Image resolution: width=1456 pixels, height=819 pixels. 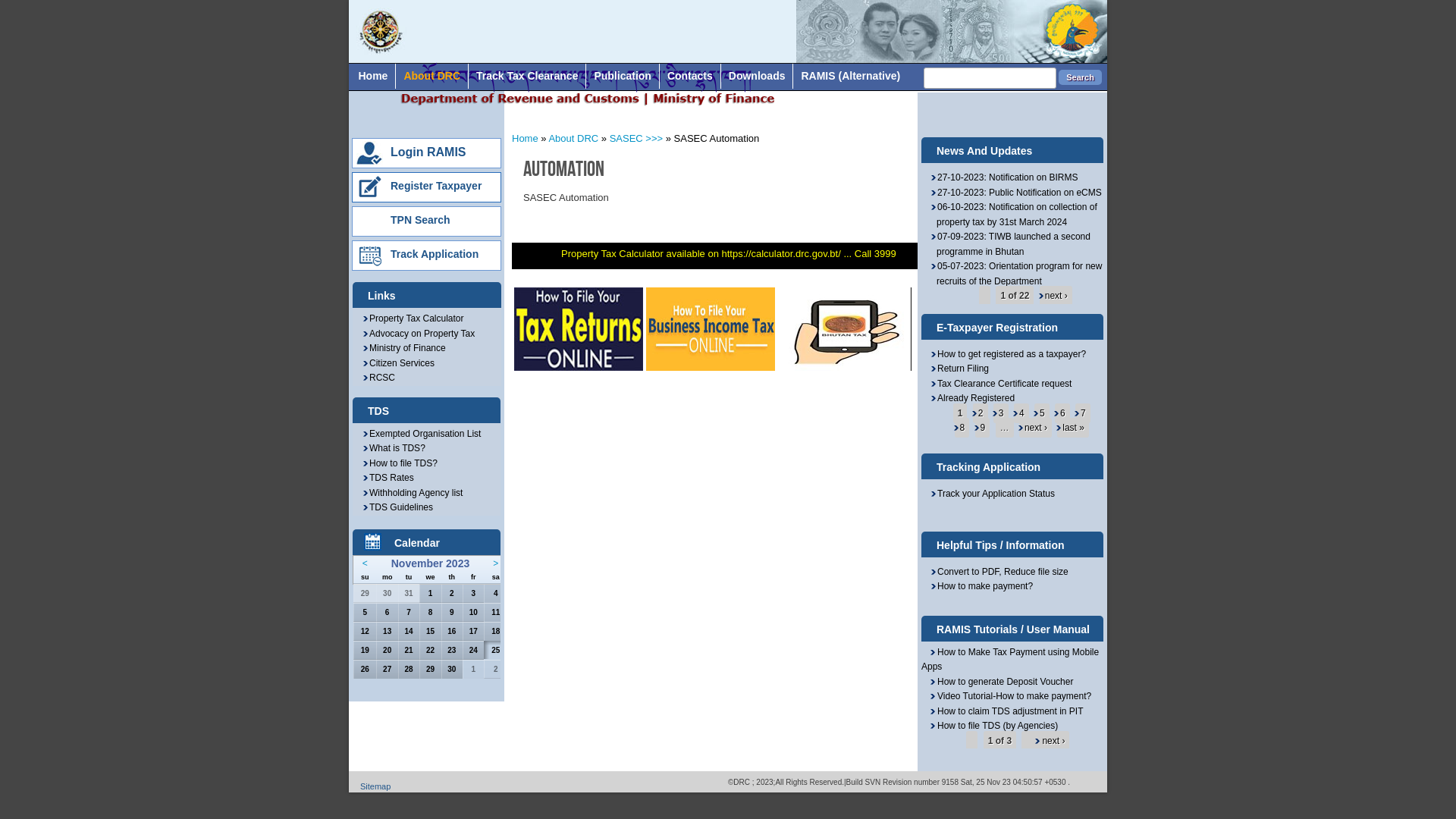 I want to click on '27-10-2023: Notification on BIRMS', so click(x=1003, y=177).